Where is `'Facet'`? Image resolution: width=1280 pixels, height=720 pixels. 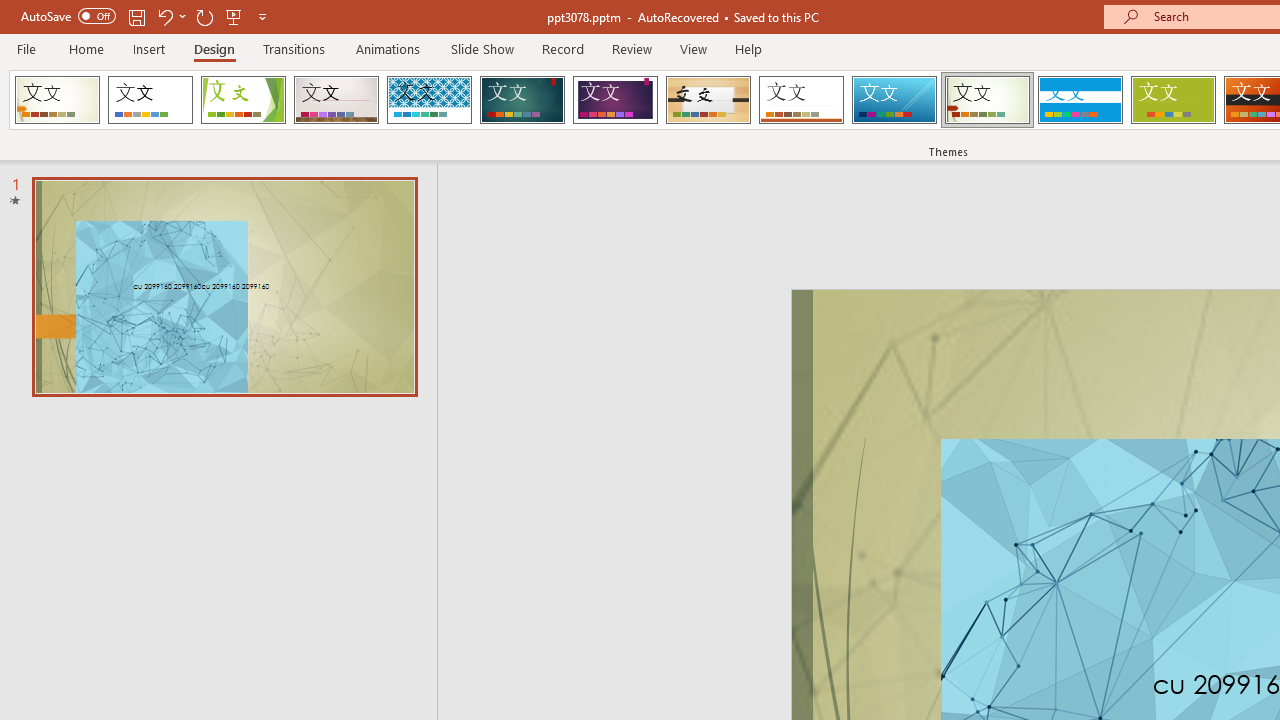 'Facet' is located at coordinates (242, 100).